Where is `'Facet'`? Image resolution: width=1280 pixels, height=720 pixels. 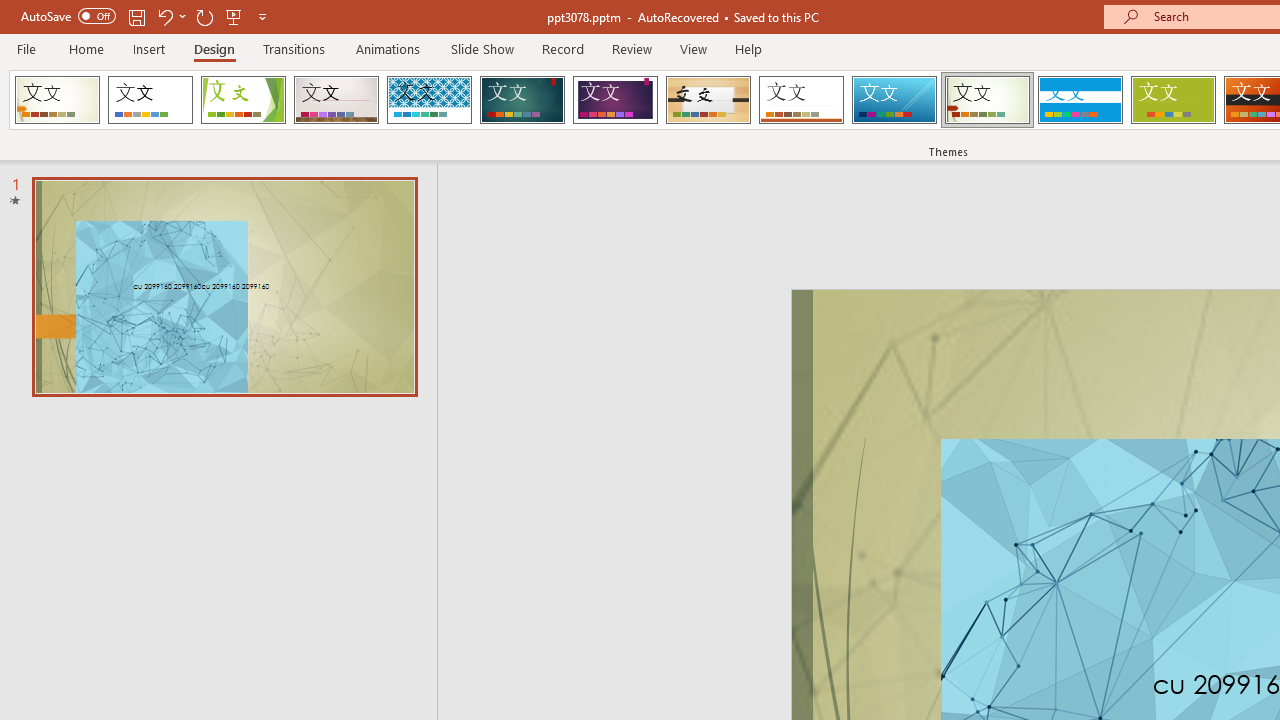 'Facet' is located at coordinates (242, 100).